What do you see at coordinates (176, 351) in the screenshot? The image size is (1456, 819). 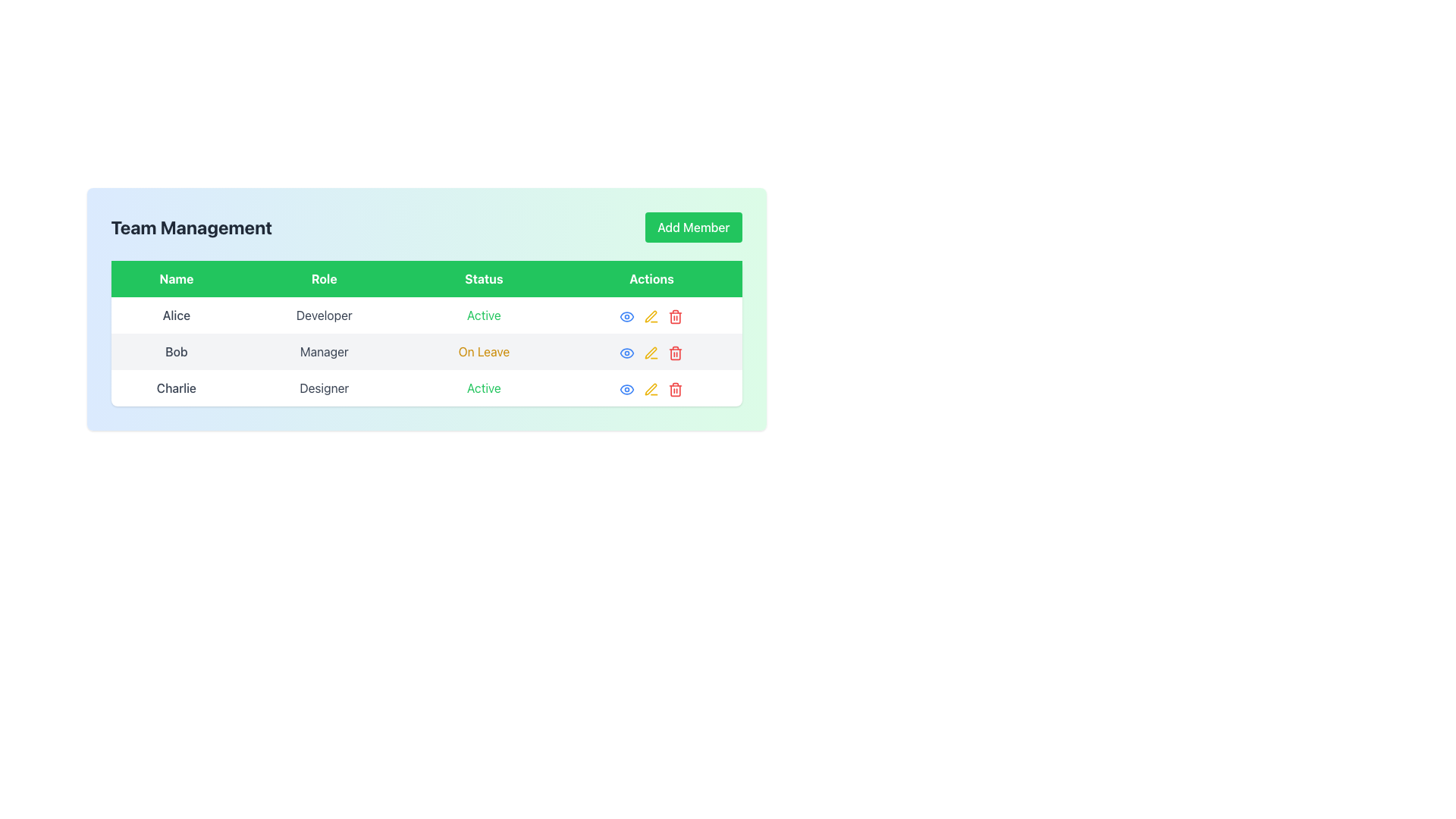 I see `to select the text 'Bob' located in the second row of the 'Name' column in the 'Team Management' table` at bounding box center [176, 351].